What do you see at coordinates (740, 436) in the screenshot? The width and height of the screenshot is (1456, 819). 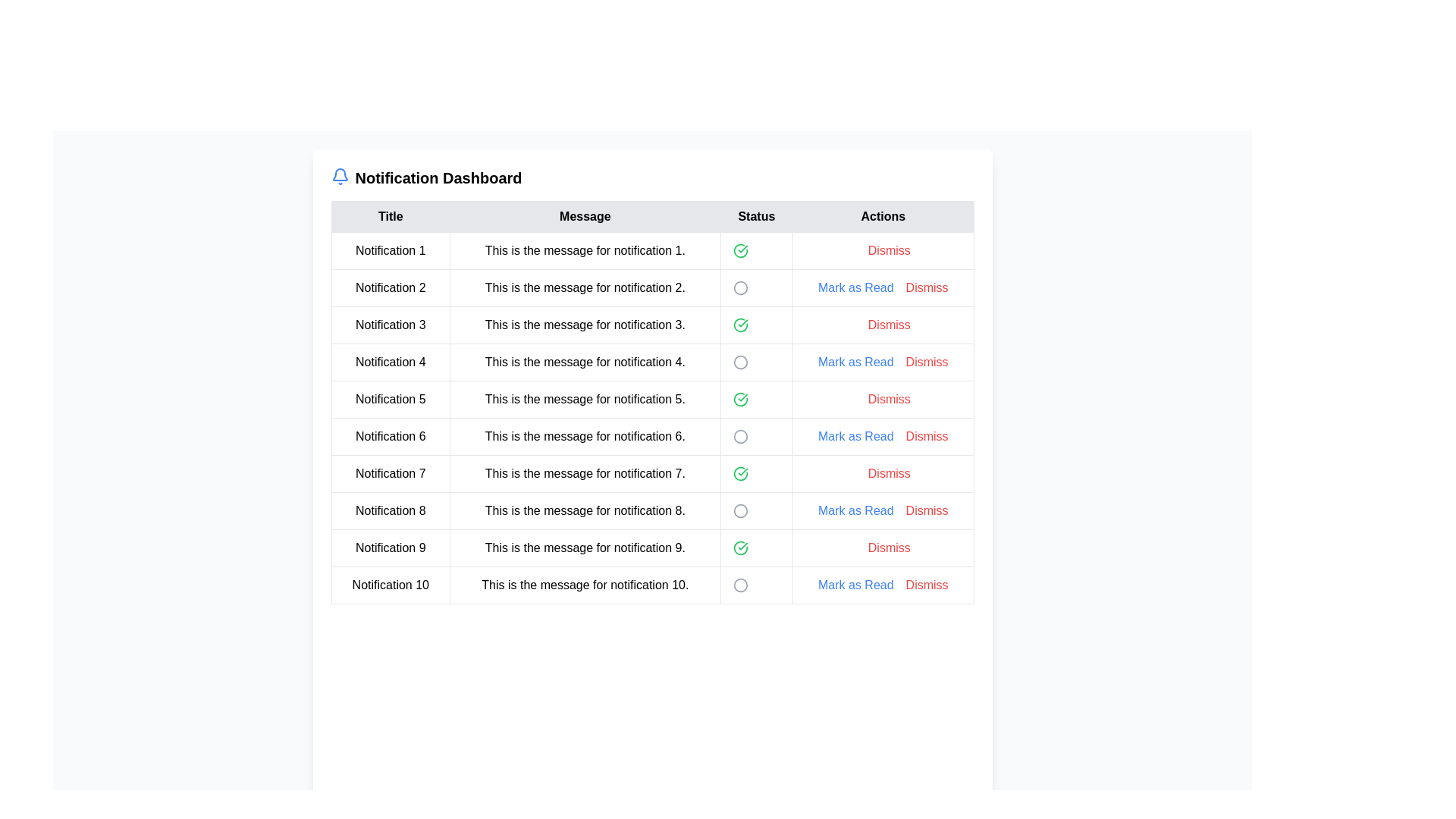 I see `the small, circular gray status indicator located in row 6 of the table under the 'Status' column, aligned with 'Notification 6'` at bounding box center [740, 436].